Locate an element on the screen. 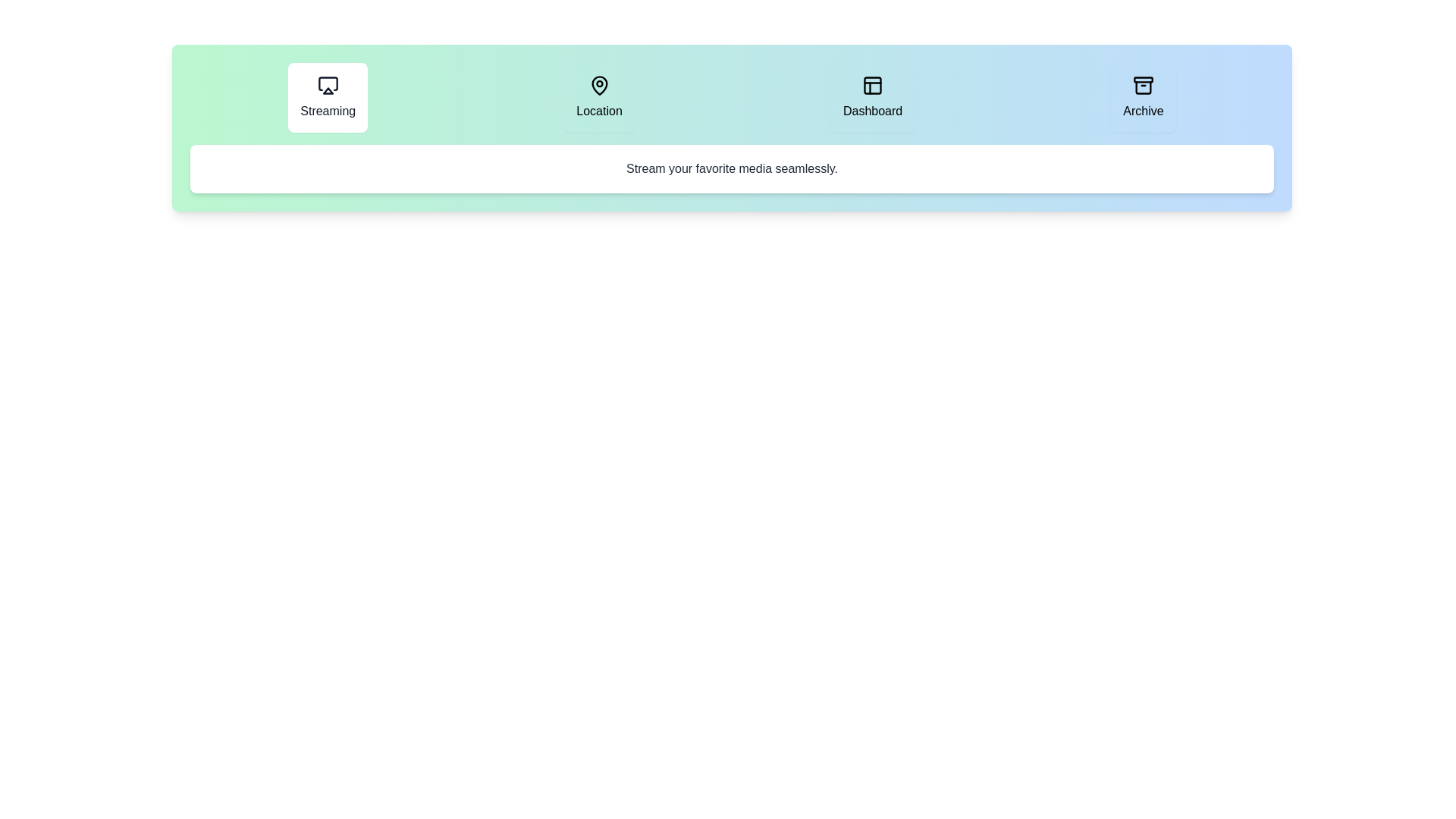  the tab labeled Dashboard to observe its hover effect is located at coordinates (873, 97).